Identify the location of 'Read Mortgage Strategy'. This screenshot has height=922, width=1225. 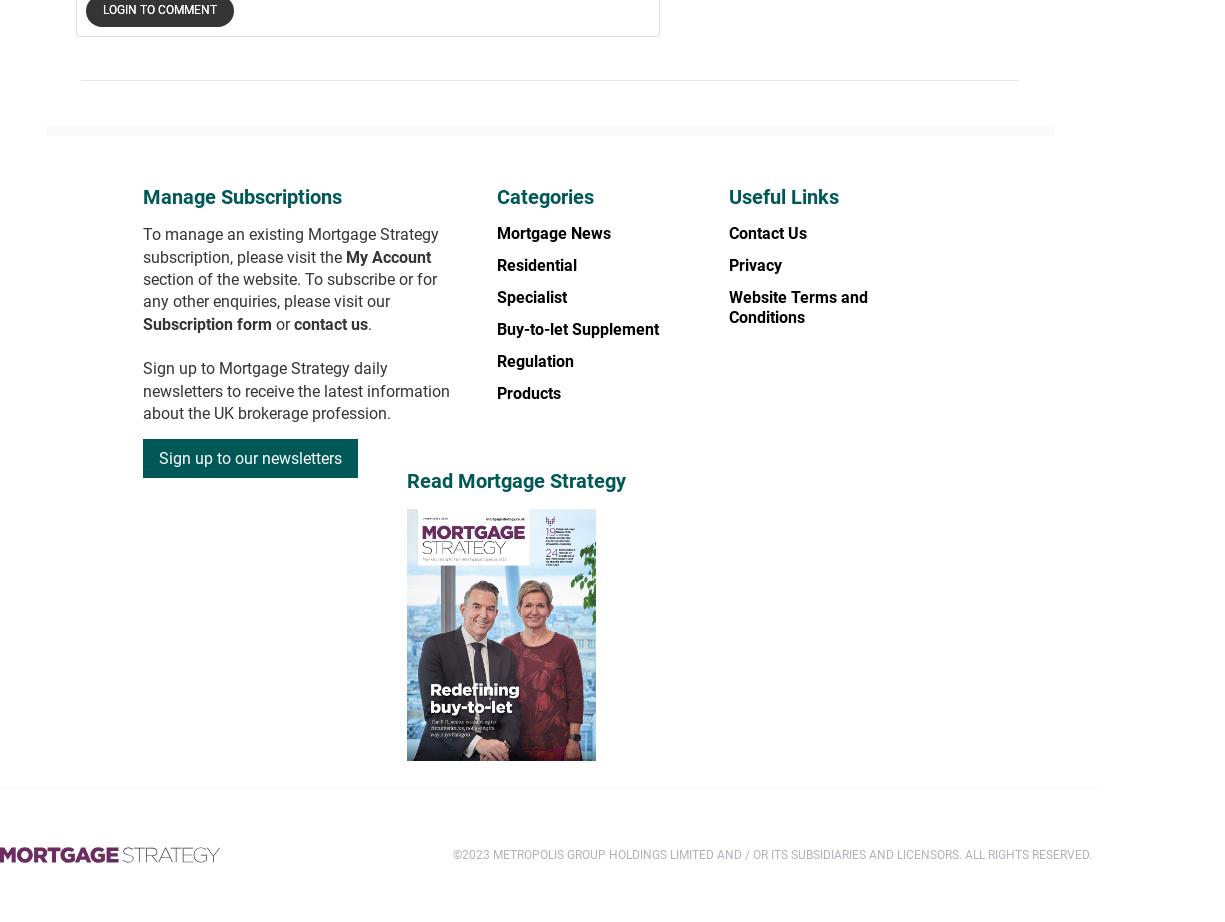
(406, 481).